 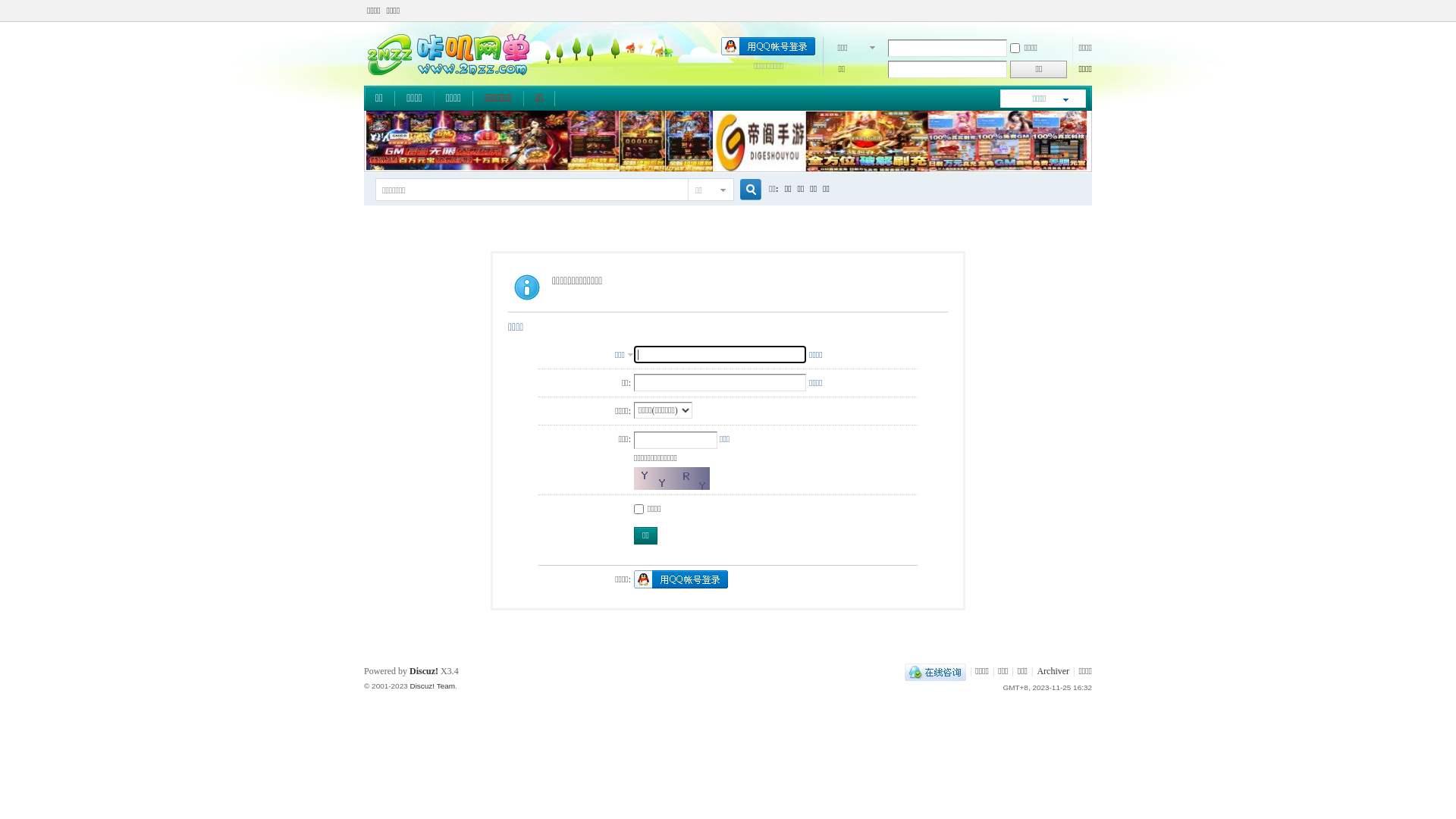 I want to click on 'Archiver', so click(x=1036, y=670).